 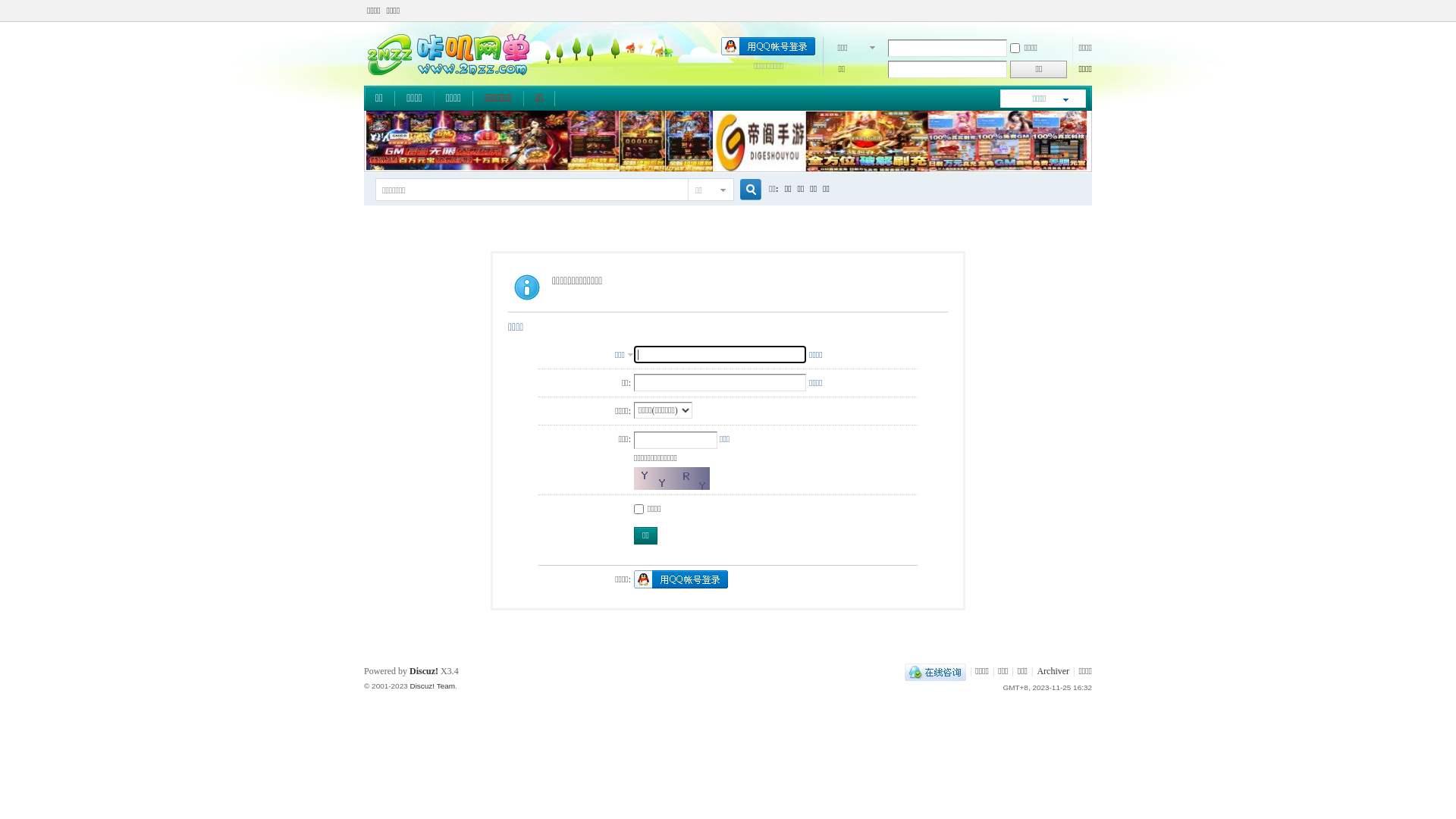 I want to click on 'Archiver', so click(x=1036, y=670).